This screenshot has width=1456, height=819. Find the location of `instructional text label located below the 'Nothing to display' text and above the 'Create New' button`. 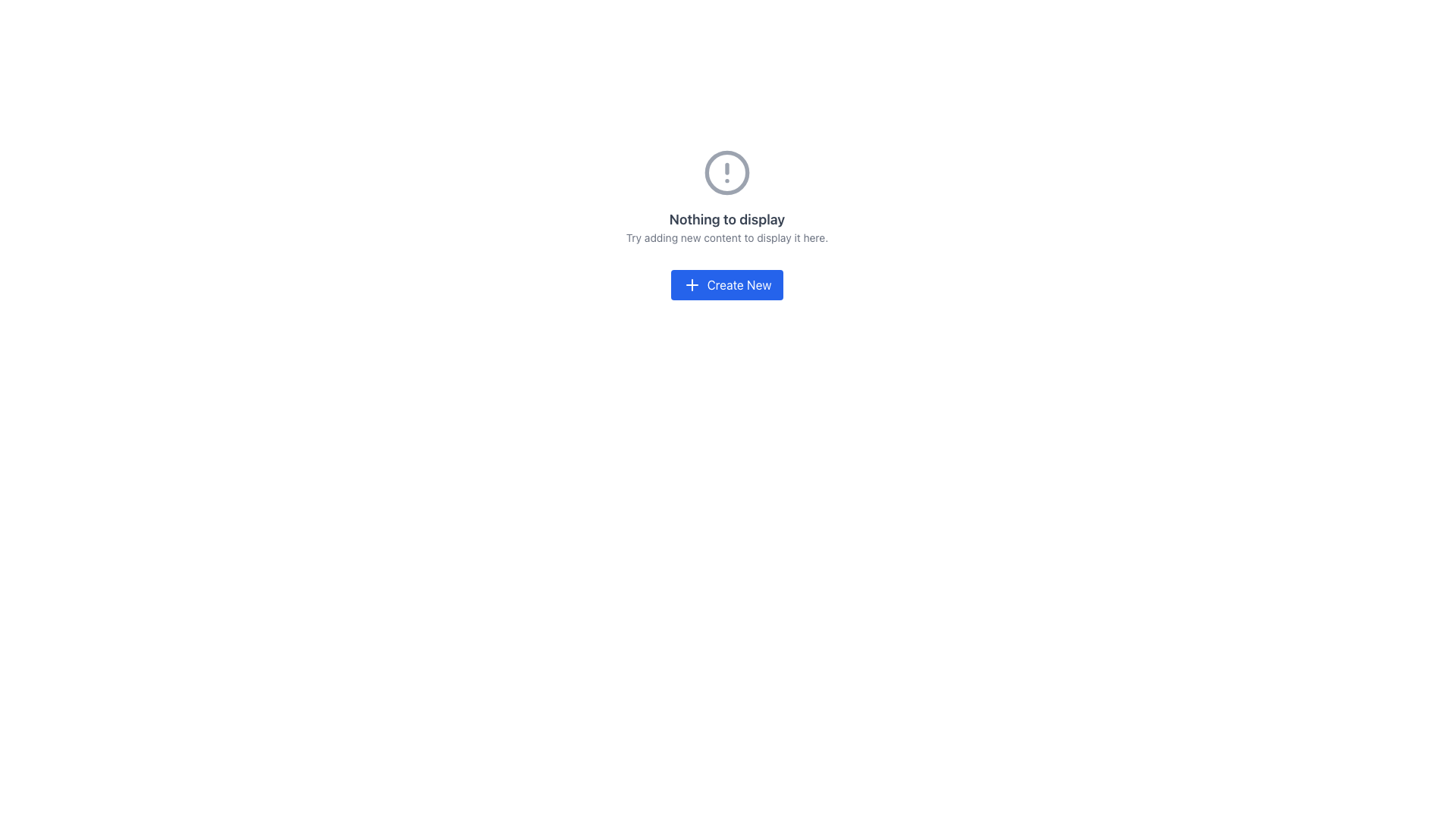

instructional text label located below the 'Nothing to display' text and above the 'Create New' button is located at coordinates (726, 237).